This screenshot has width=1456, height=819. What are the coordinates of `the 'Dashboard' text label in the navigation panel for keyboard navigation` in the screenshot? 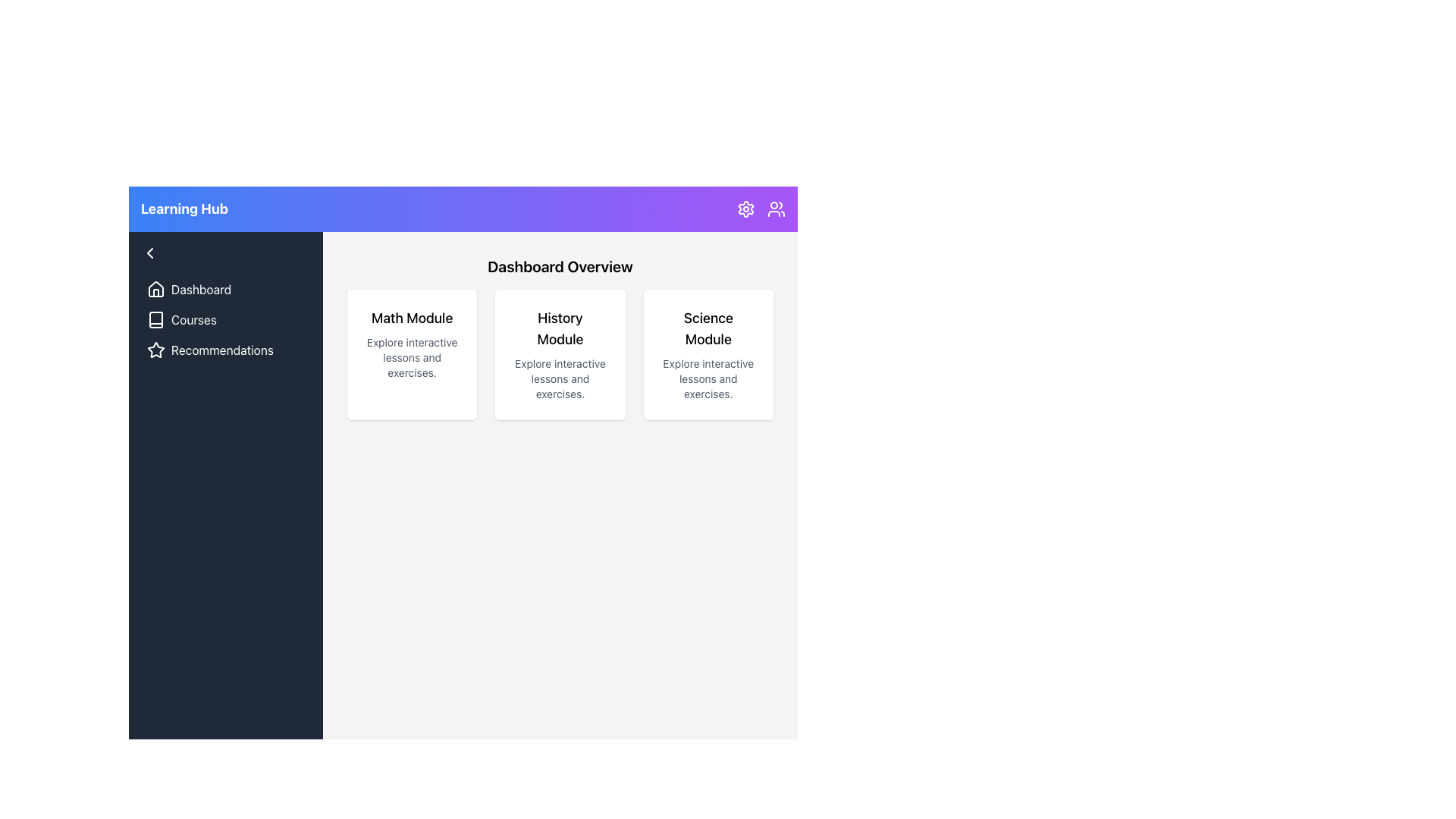 It's located at (200, 289).